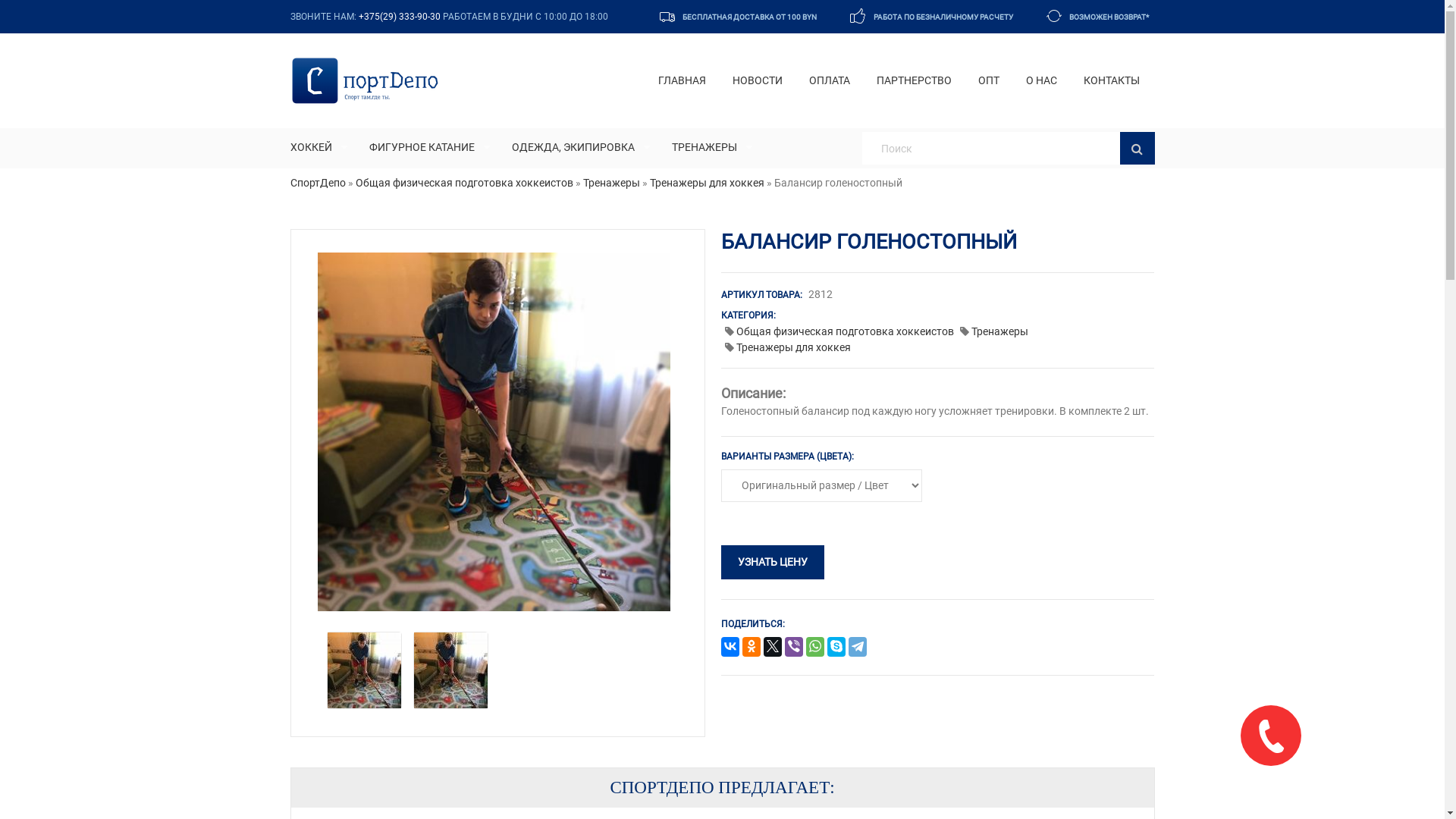  Describe the element at coordinates (772, 647) in the screenshot. I see `'Twitter'` at that location.